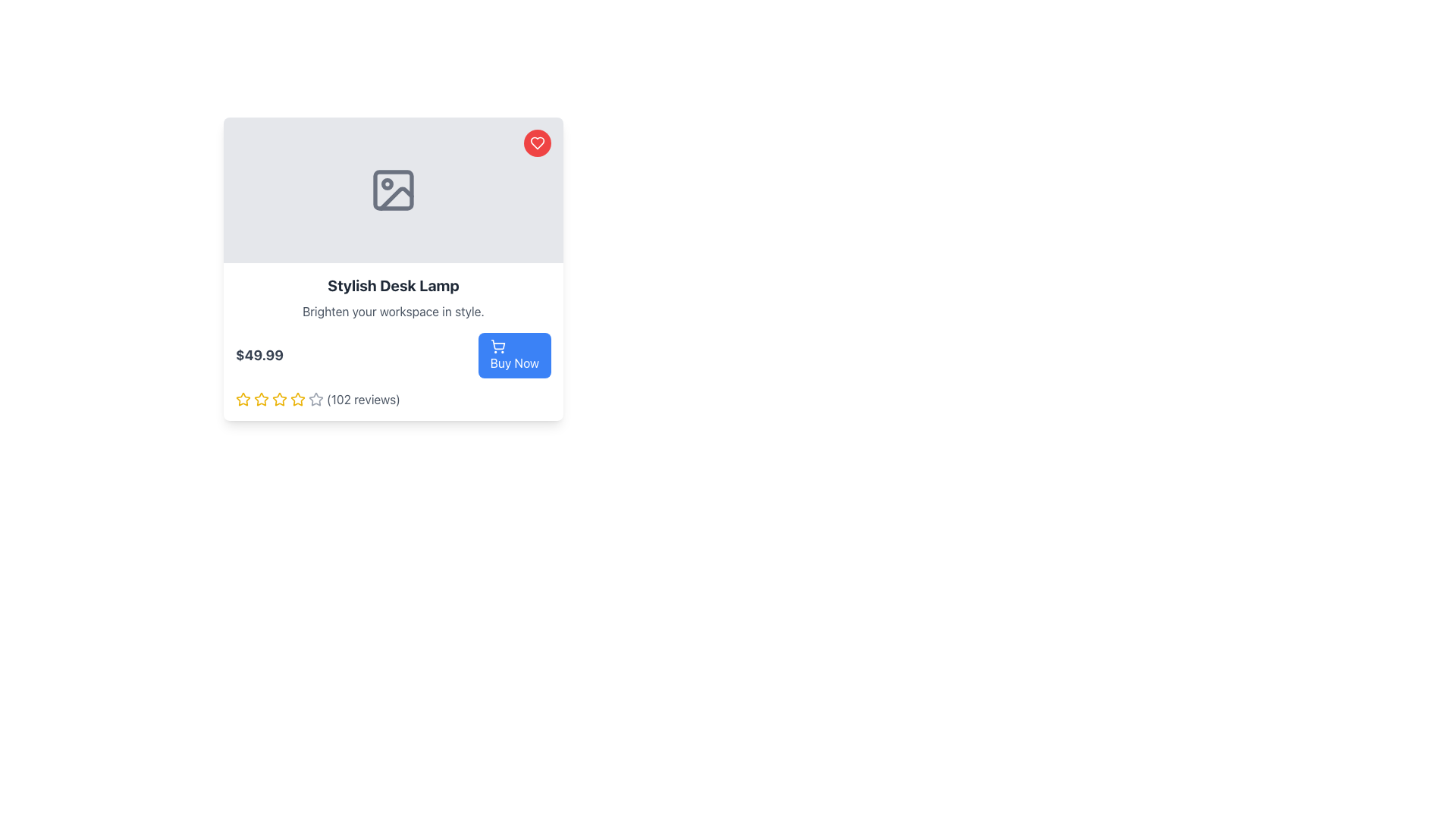 The height and width of the screenshot is (819, 1456). What do you see at coordinates (315, 399) in the screenshot?
I see `the sixth star-shaped icon with a gray outline in the rating system, located to the left of '(102 reviews)'` at bounding box center [315, 399].